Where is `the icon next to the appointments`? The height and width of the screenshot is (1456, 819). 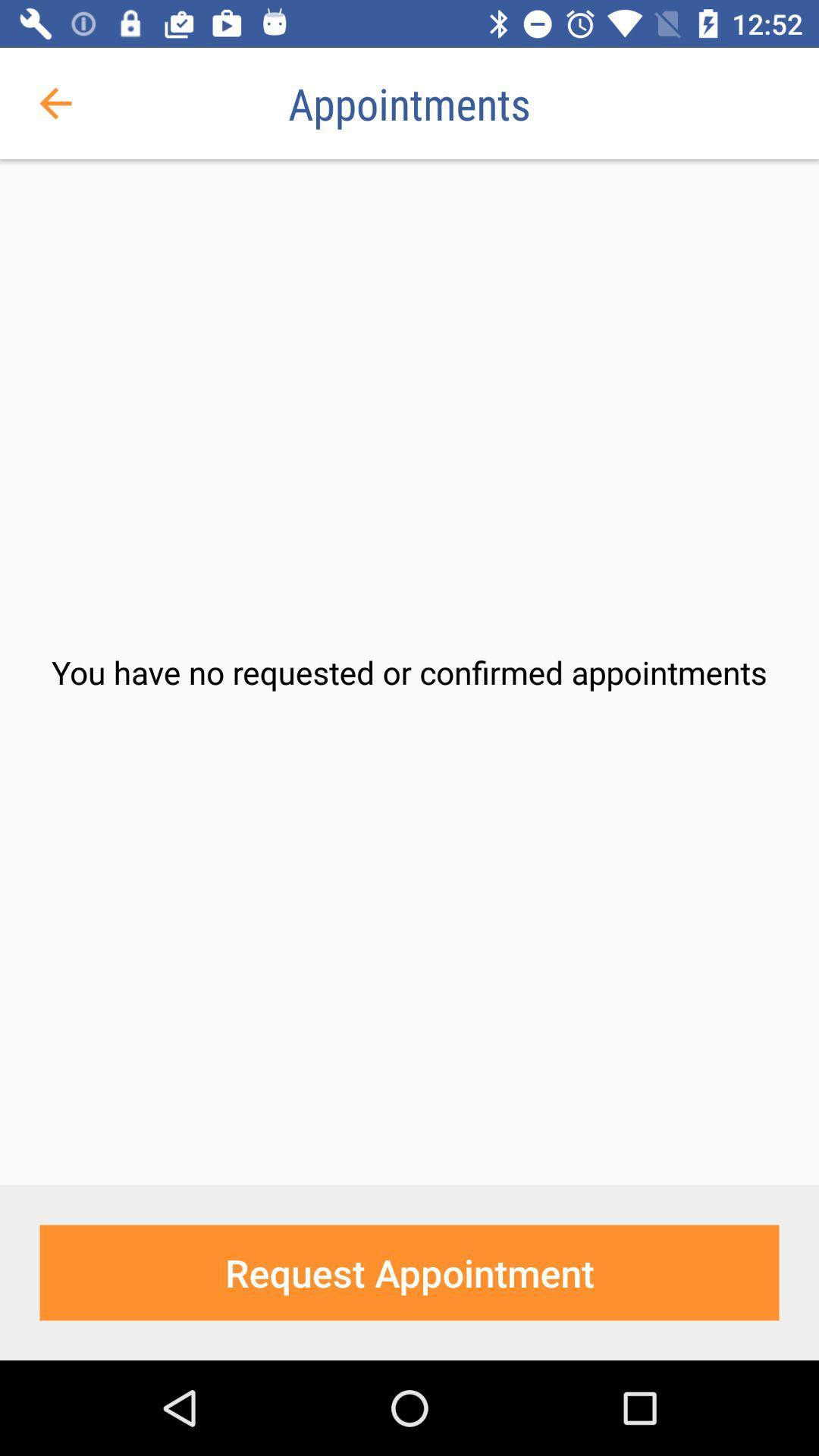
the icon next to the appointments is located at coordinates (55, 102).